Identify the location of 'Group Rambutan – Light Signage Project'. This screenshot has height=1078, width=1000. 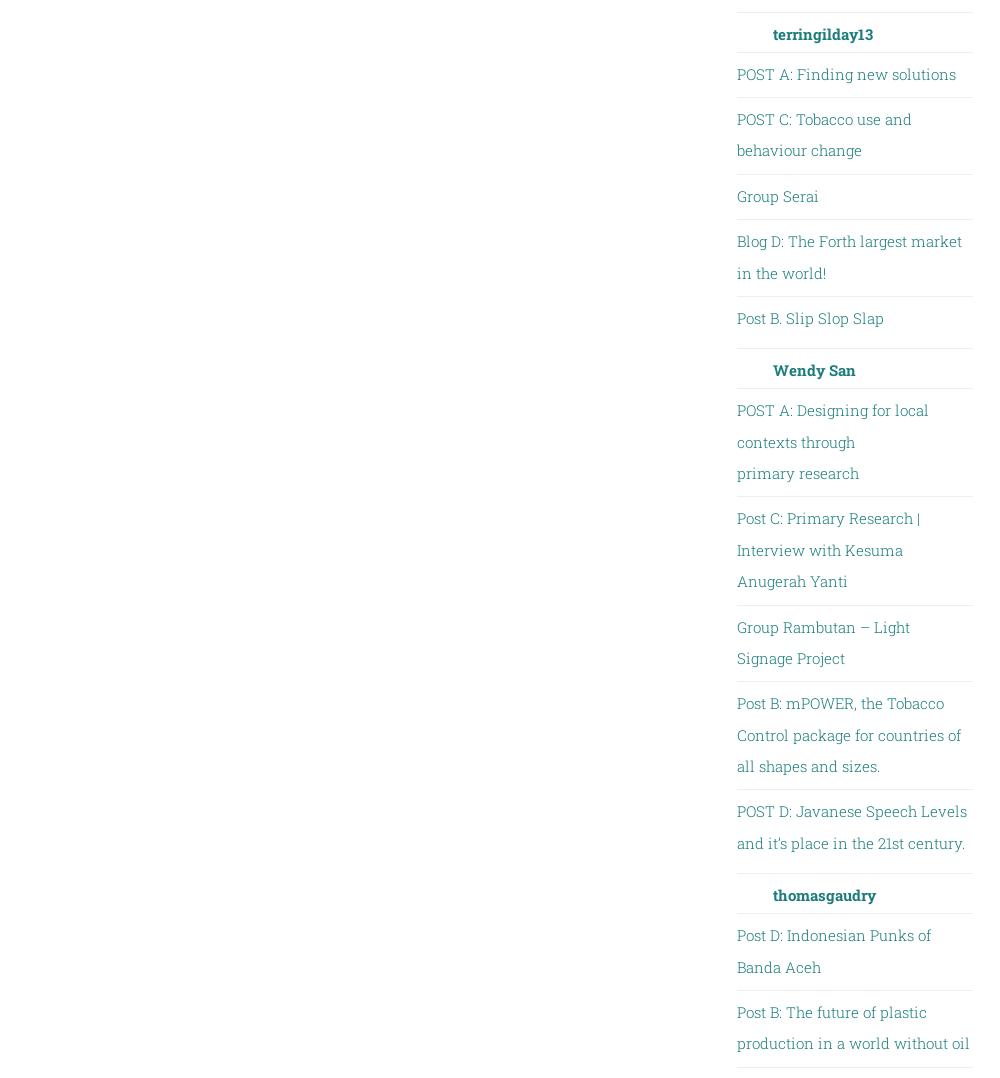
(821, 640).